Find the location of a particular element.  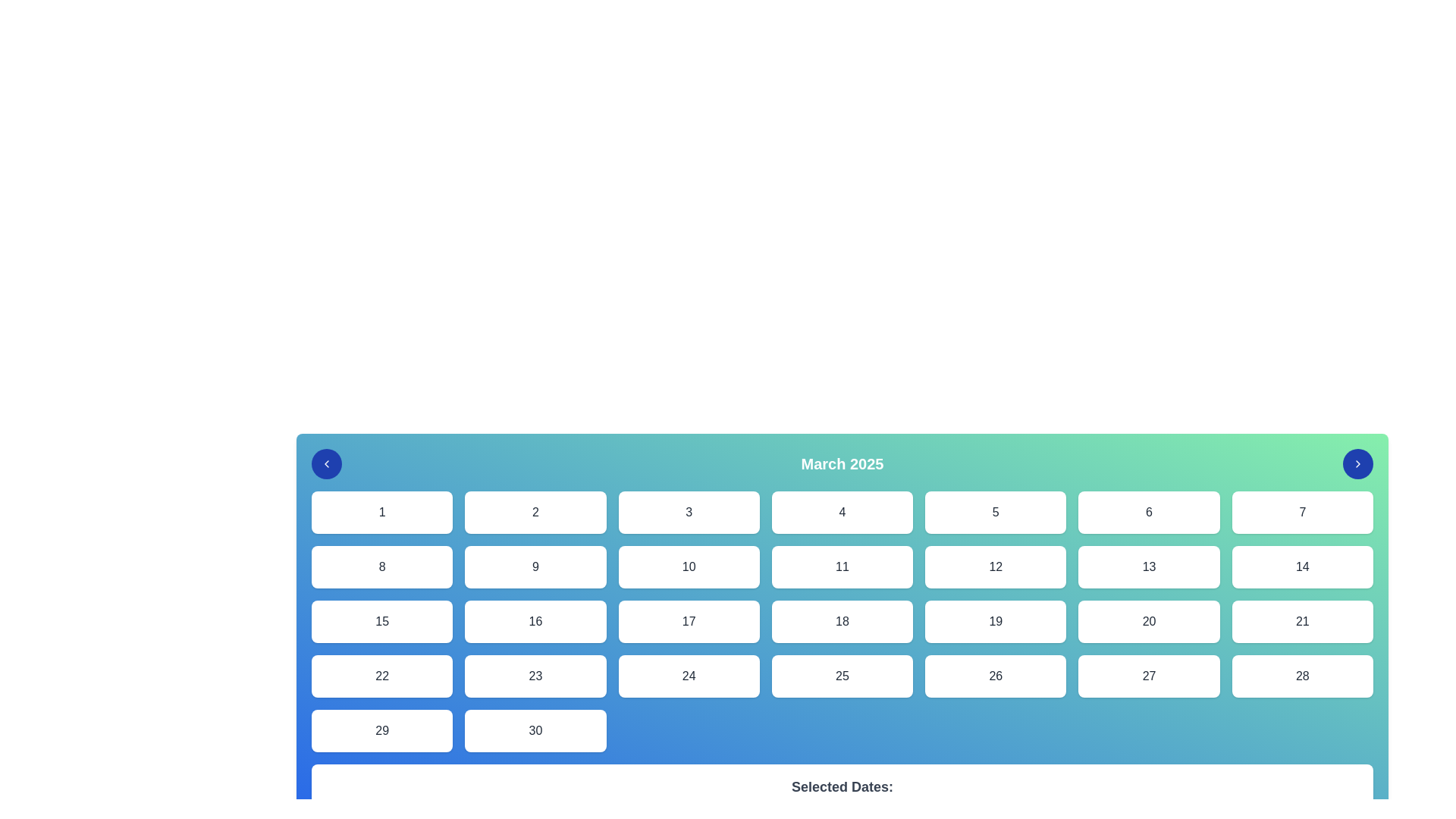

the button representing the date '10' in the calendar interface is located at coordinates (688, 567).